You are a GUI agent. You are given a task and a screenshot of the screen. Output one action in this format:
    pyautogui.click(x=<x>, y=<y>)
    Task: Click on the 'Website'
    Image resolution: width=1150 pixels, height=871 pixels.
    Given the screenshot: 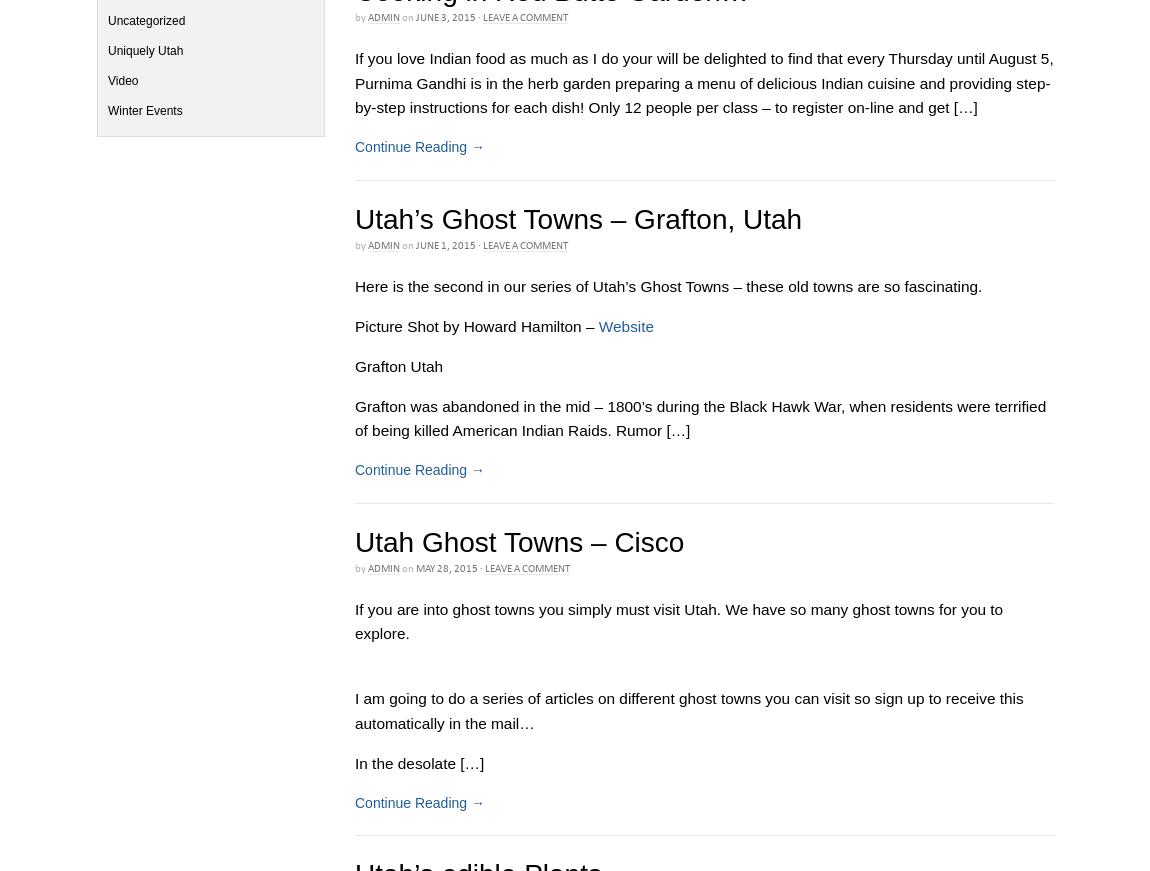 What is the action you would take?
    pyautogui.click(x=624, y=324)
    